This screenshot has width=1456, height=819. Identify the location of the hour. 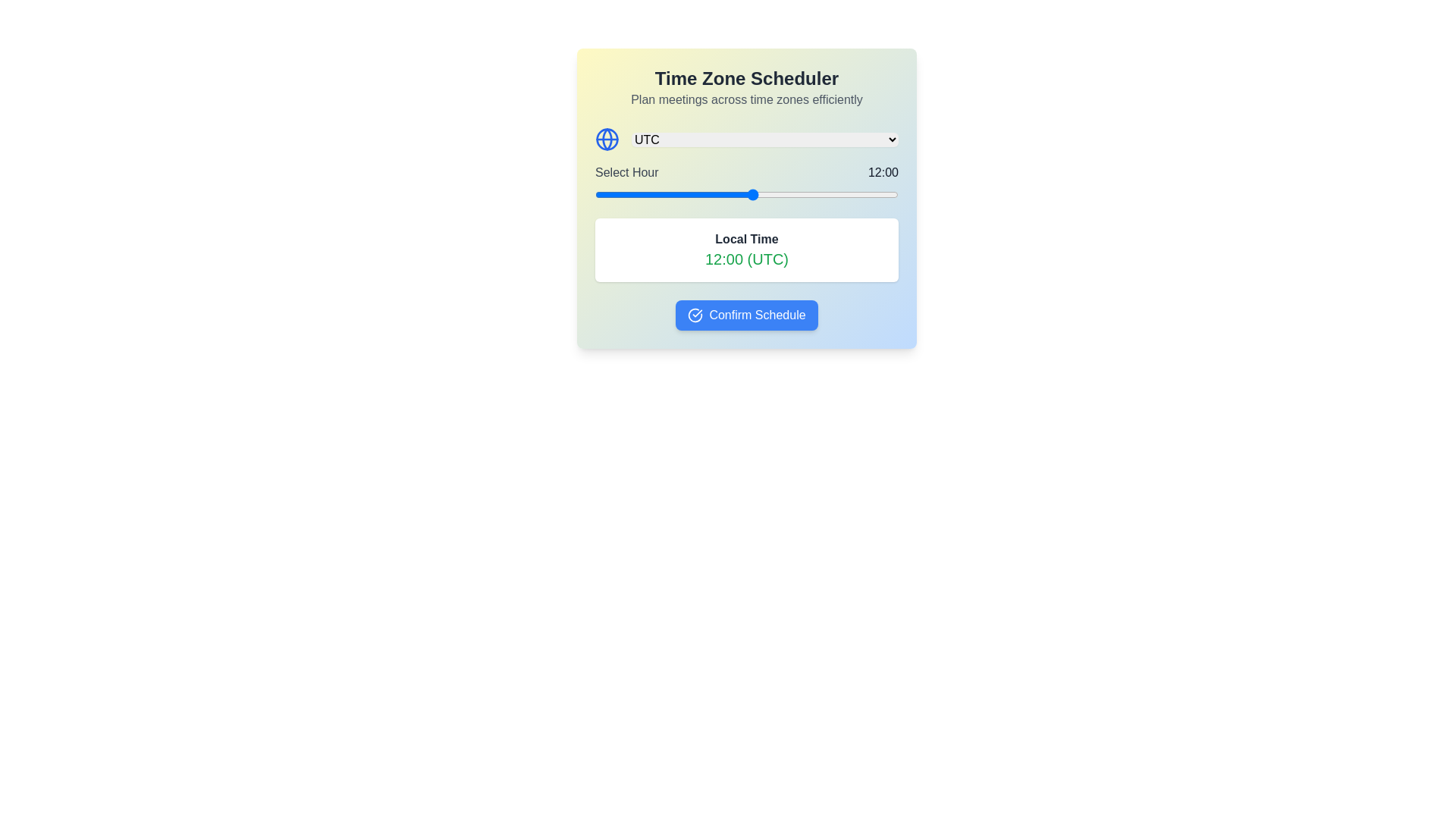
(661, 194).